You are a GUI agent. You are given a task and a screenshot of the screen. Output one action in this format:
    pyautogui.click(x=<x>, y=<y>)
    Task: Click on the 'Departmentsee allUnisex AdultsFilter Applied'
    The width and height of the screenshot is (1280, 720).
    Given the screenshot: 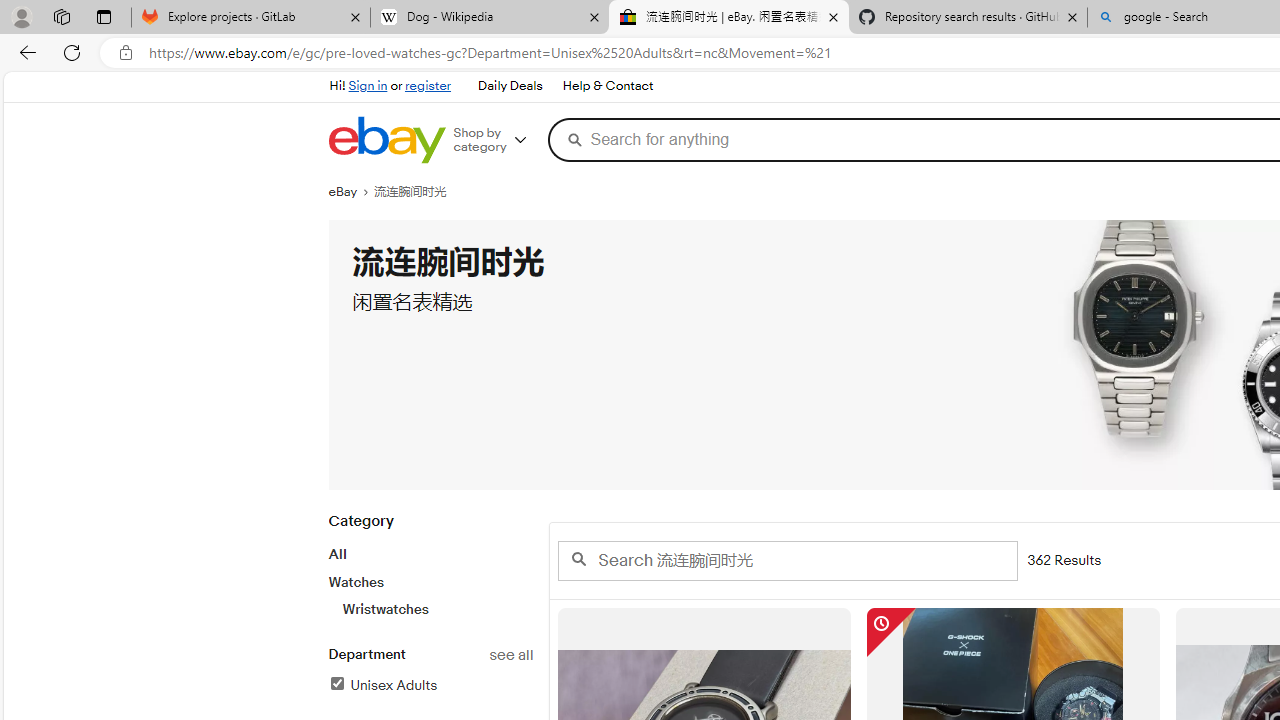 What is the action you would take?
    pyautogui.click(x=429, y=680)
    